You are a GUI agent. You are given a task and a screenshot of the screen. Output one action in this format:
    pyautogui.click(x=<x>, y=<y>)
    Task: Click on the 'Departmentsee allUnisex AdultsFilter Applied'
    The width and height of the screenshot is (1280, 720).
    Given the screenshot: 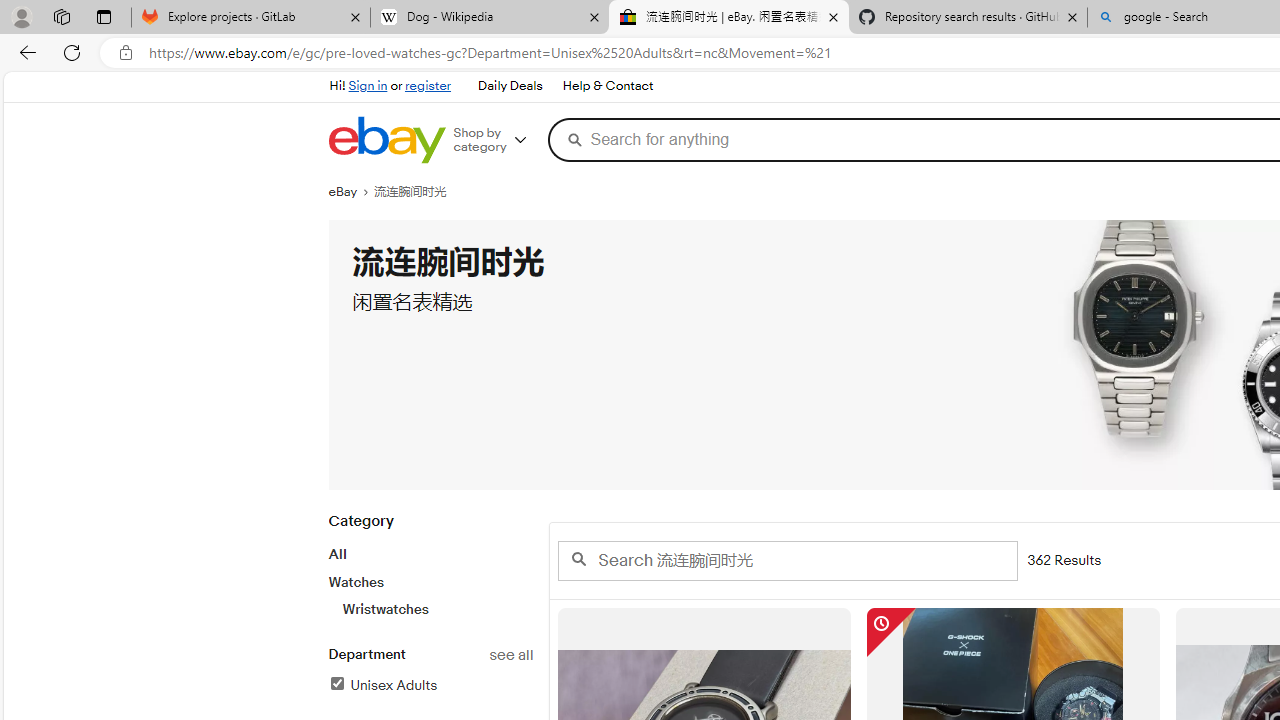 What is the action you would take?
    pyautogui.click(x=429, y=680)
    